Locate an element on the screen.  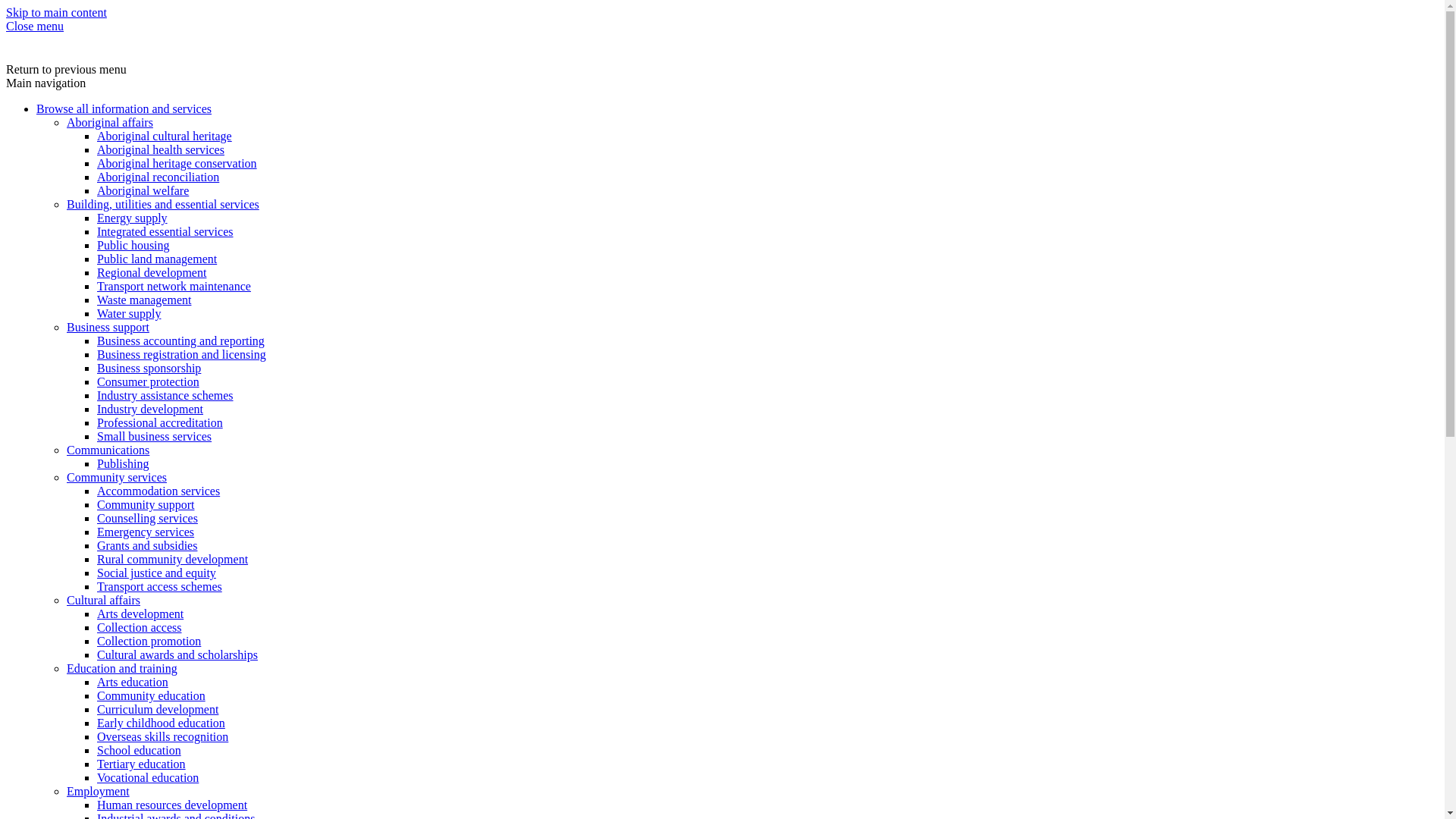
'Industry assistance schemes' is located at coordinates (96, 394).